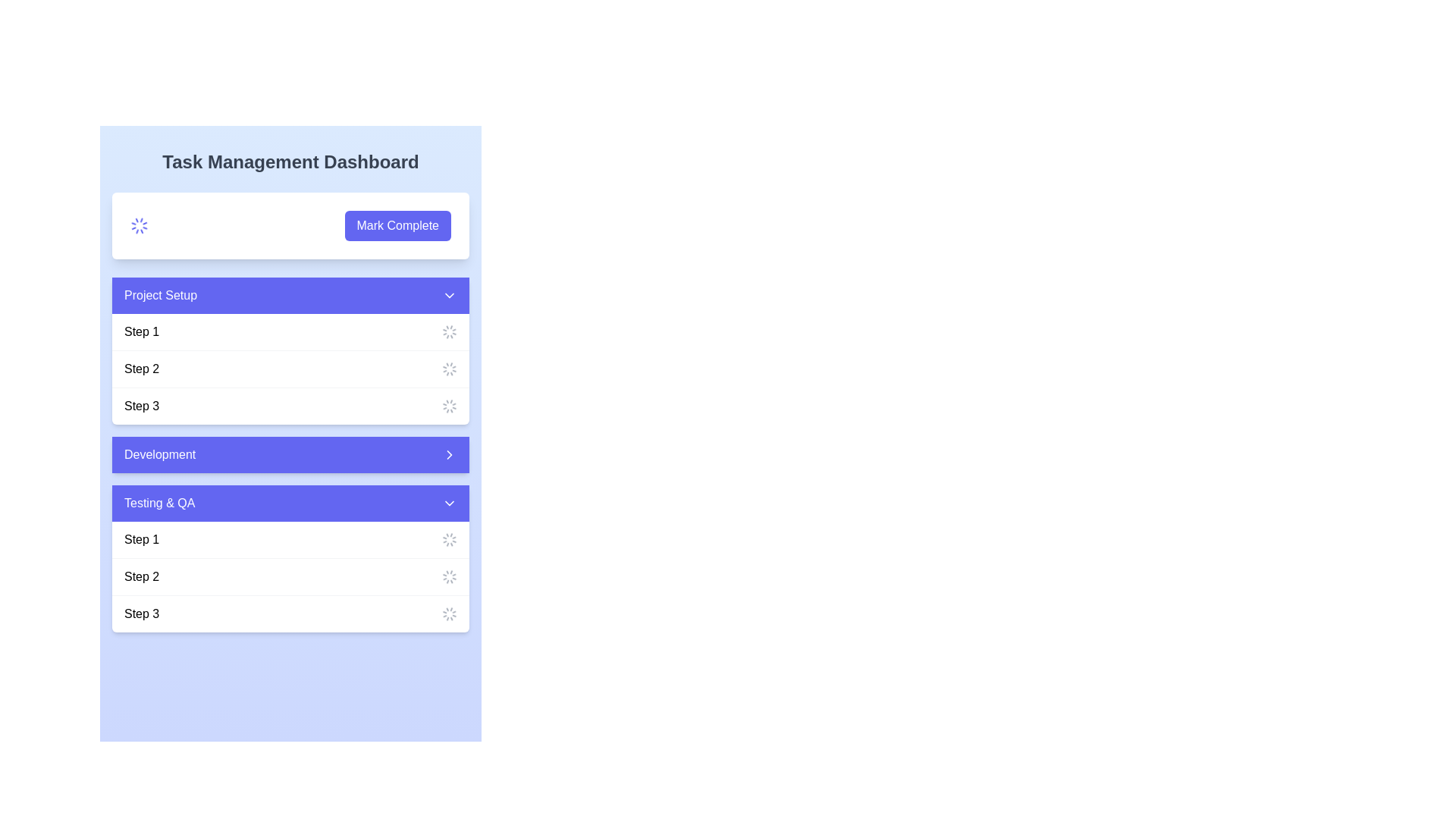 The width and height of the screenshot is (1456, 819). What do you see at coordinates (449, 454) in the screenshot?
I see `the Chevron icon next to the 'Development' section header` at bounding box center [449, 454].